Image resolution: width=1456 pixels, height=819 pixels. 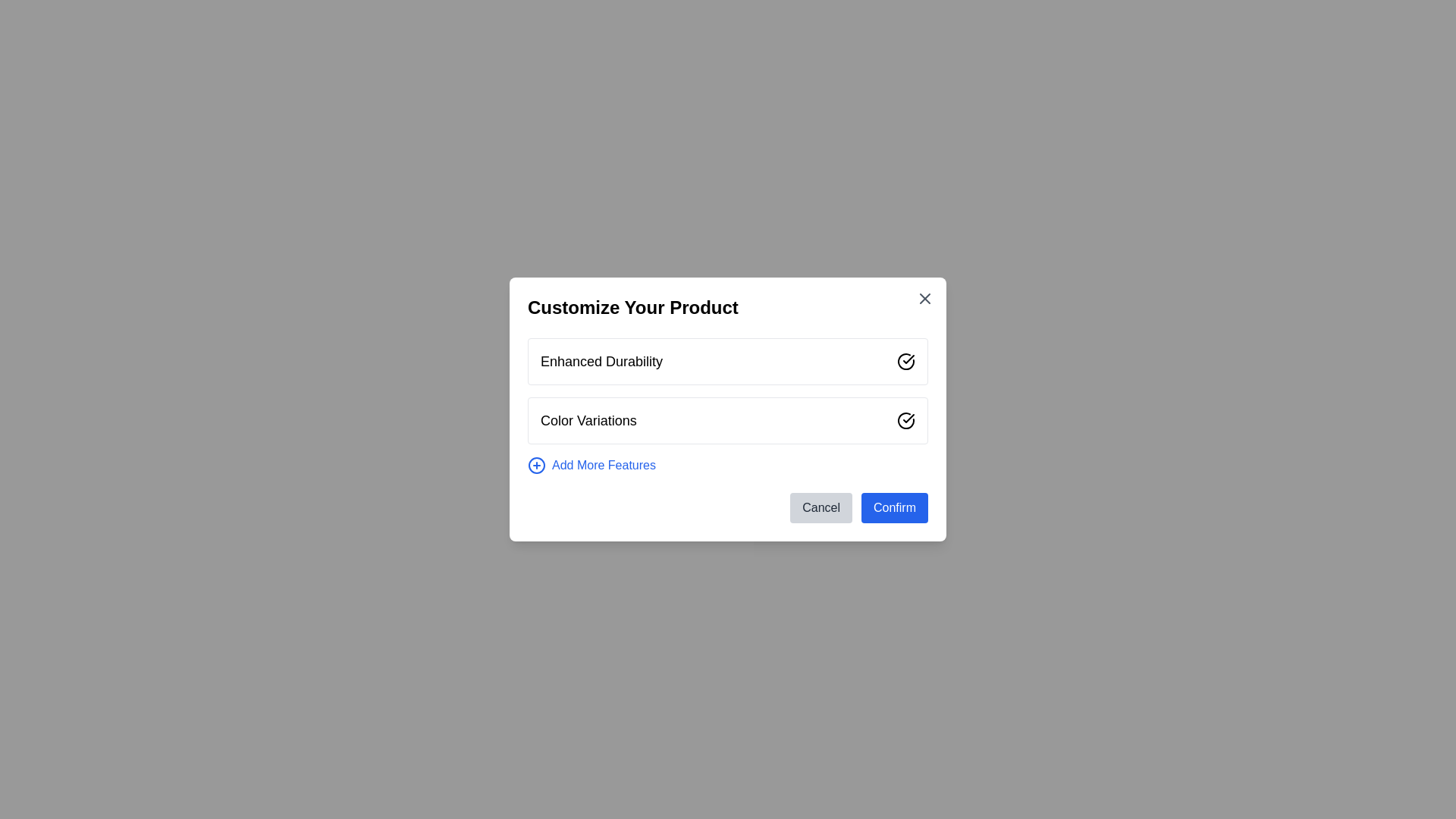 What do you see at coordinates (588, 421) in the screenshot?
I see `the descriptive text label for color variations located in the 'Customize Your Product' modal dialog, below the 'Enhanced Durability' feature label` at bounding box center [588, 421].